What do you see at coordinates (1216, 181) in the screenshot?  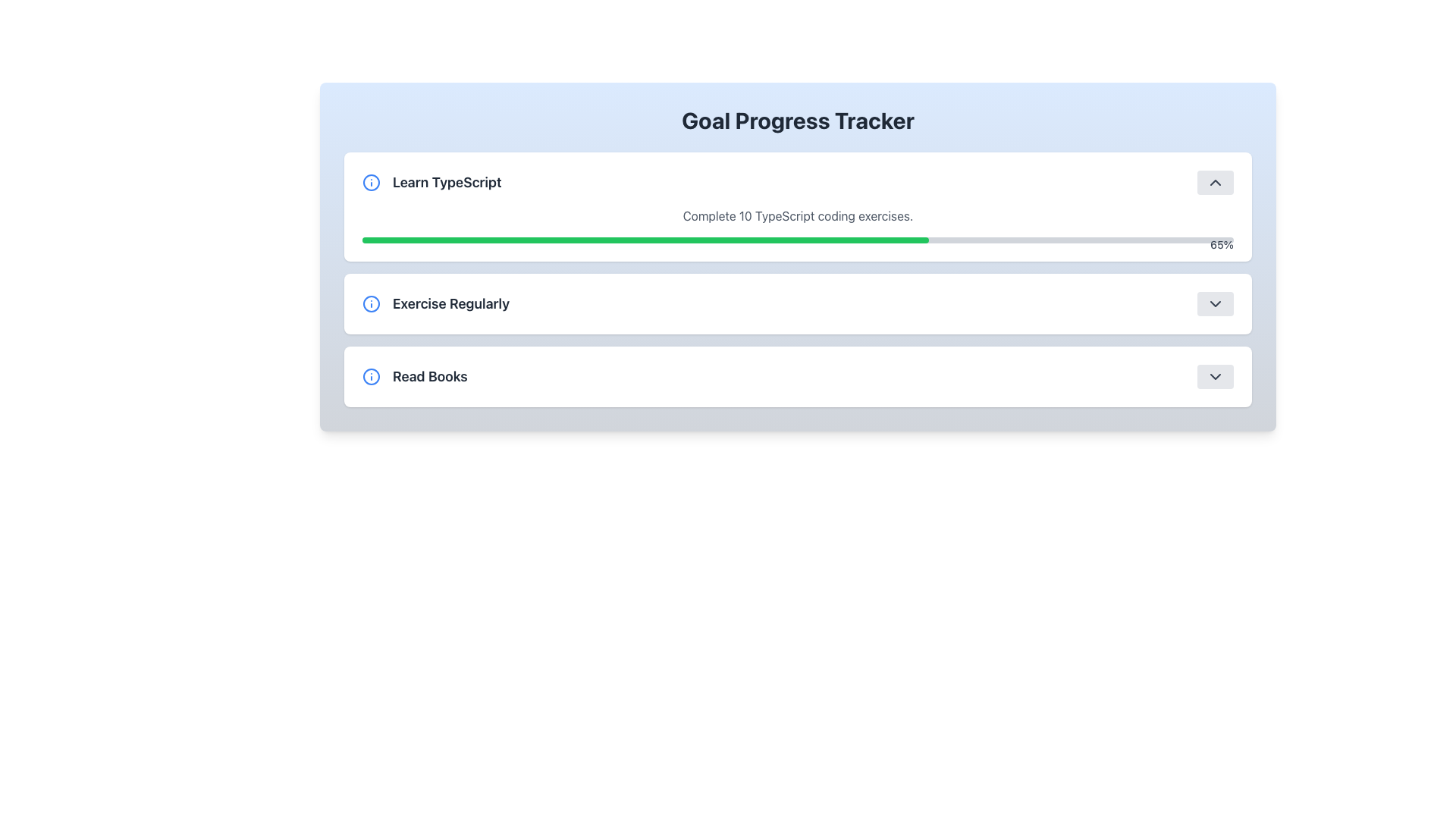 I see `the upward-facing arrow icon within the rectangular button at the far right of the 'Learn TypeScript' section` at bounding box center [1216, 181].